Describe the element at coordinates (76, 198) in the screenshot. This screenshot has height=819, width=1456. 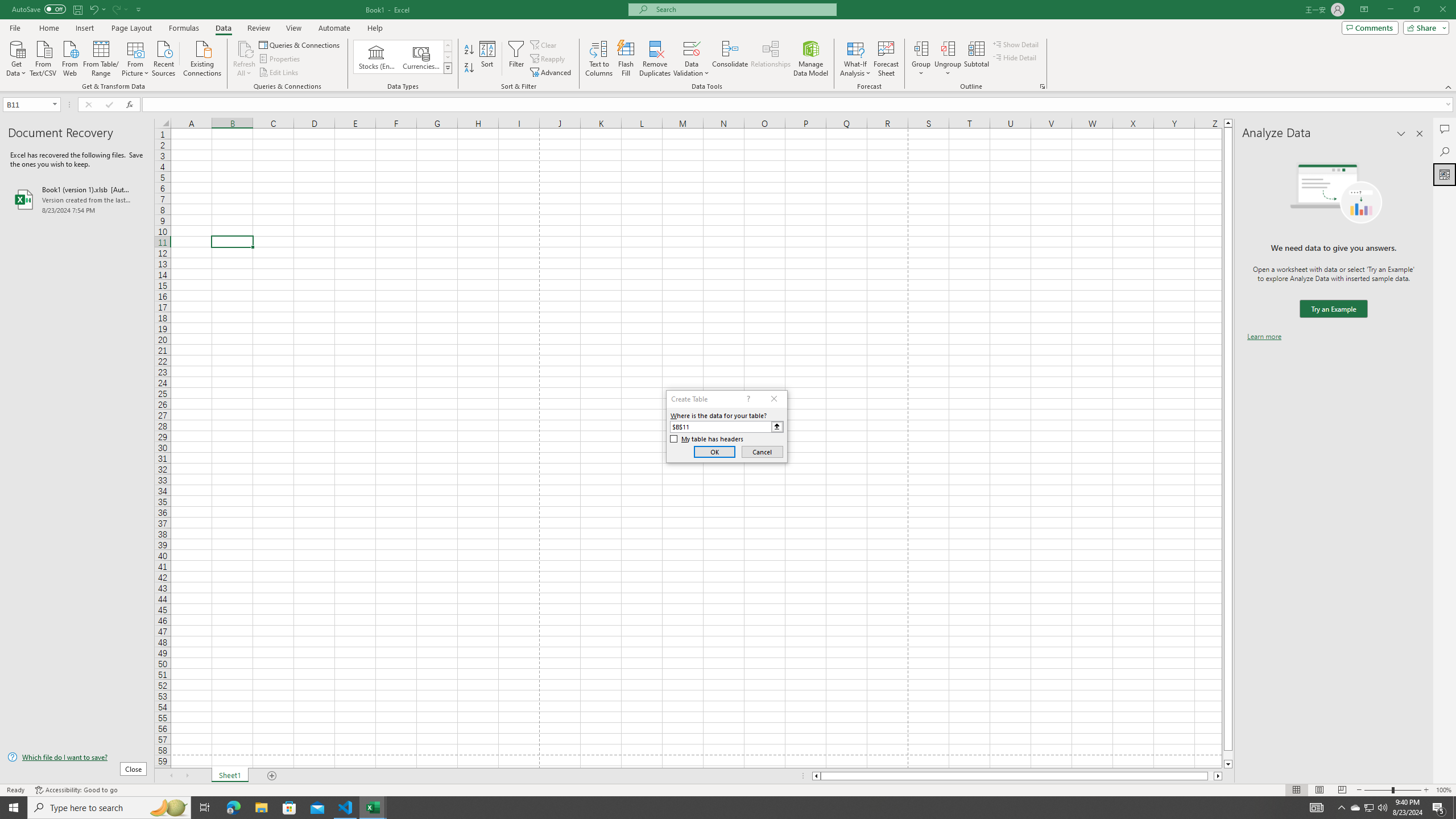
I see `'Book1 (version 1).xlsb  [AutoRecovered]'` at that location.